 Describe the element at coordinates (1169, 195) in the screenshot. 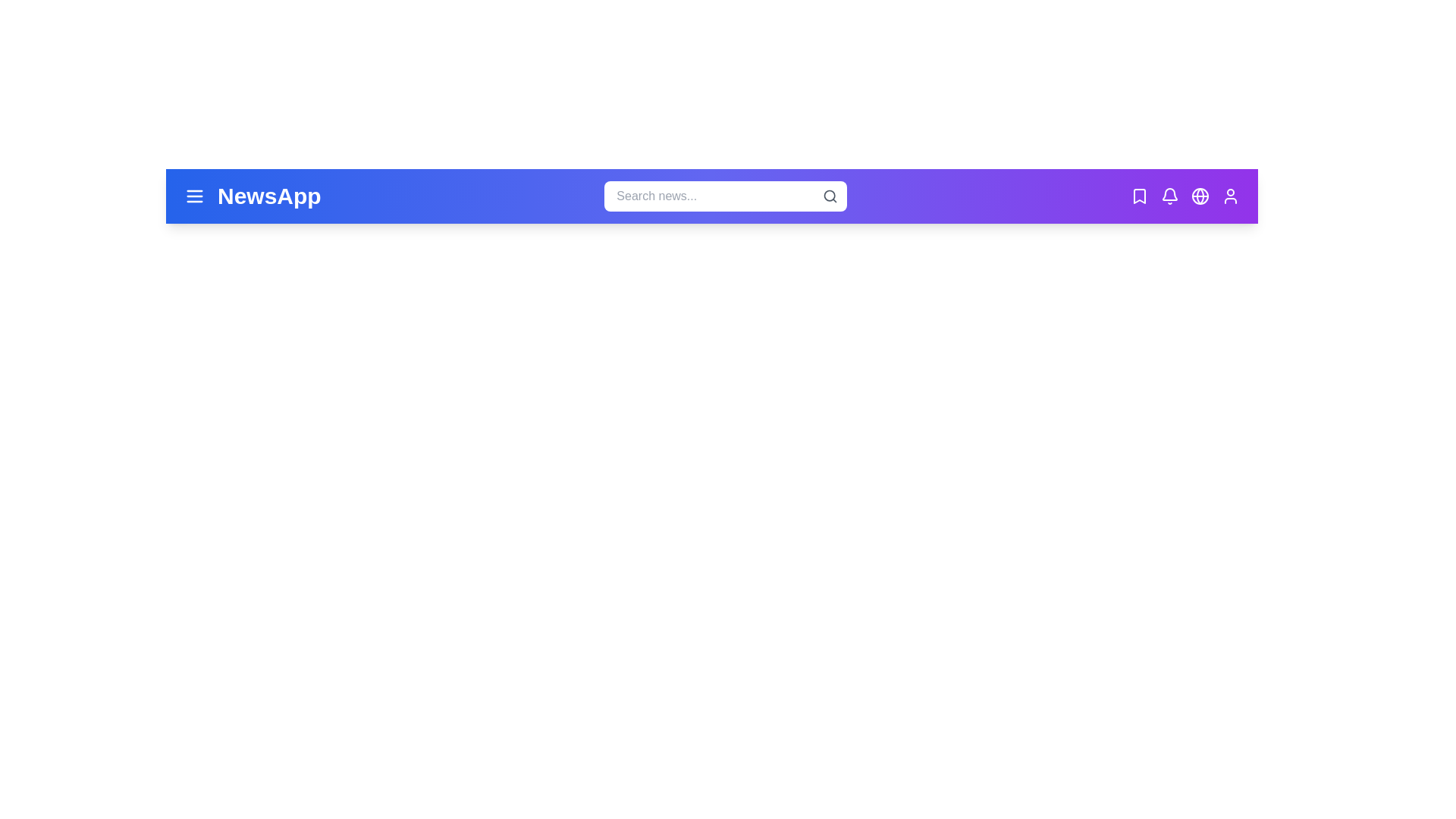

I see `the bell icon to check notifications` at that location.